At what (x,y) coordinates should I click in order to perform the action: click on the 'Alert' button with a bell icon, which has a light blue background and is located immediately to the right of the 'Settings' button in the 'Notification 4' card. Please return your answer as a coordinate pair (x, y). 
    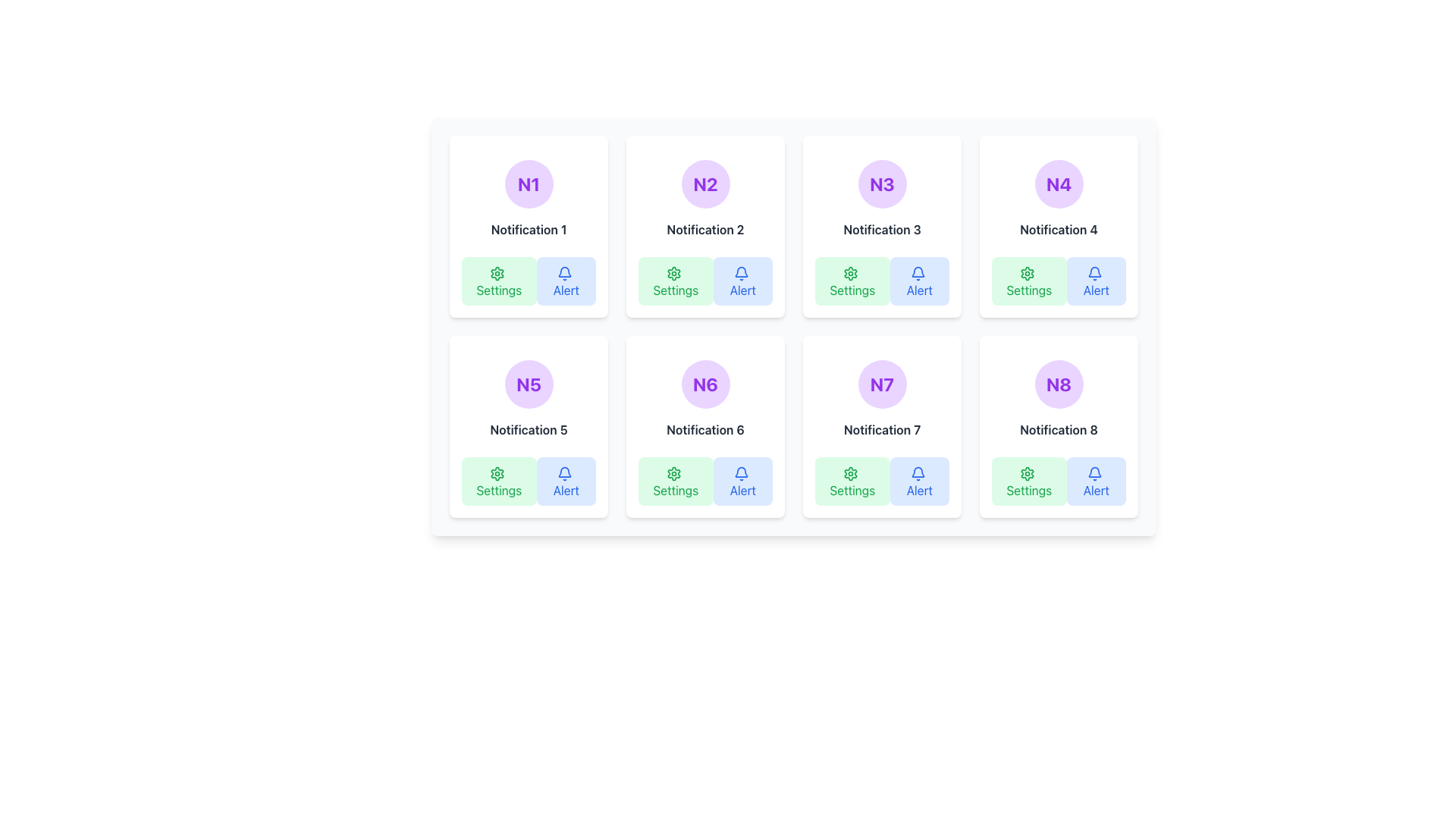
    Looking at the image, I should click on (1096, 281).